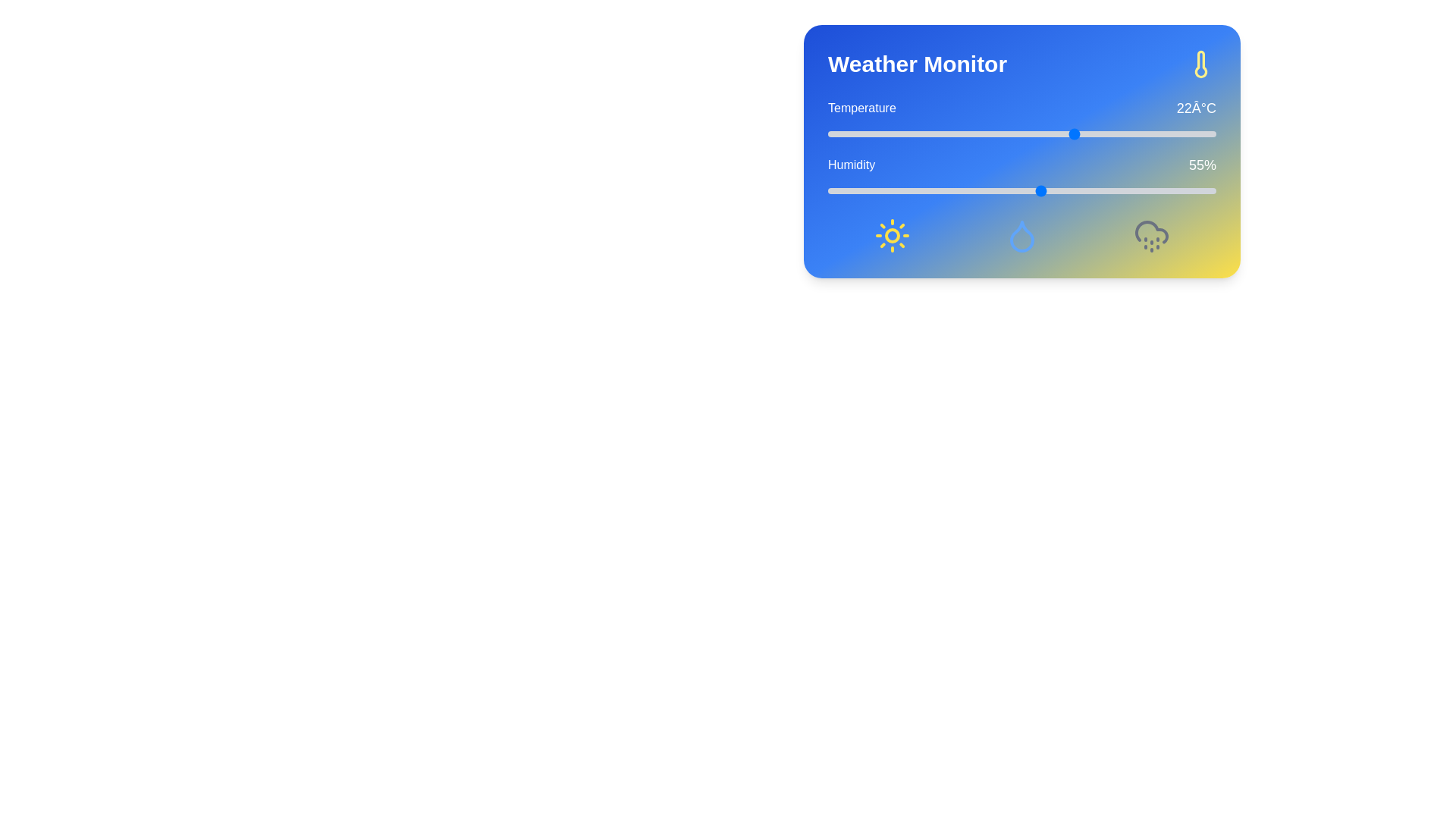 The width and height of the screenshot is (1456, 819). What do you see at coordinates (1052, 190) in the screenshot?
I see `the humidity slider to 58%` at bounding box center [1052, 190].